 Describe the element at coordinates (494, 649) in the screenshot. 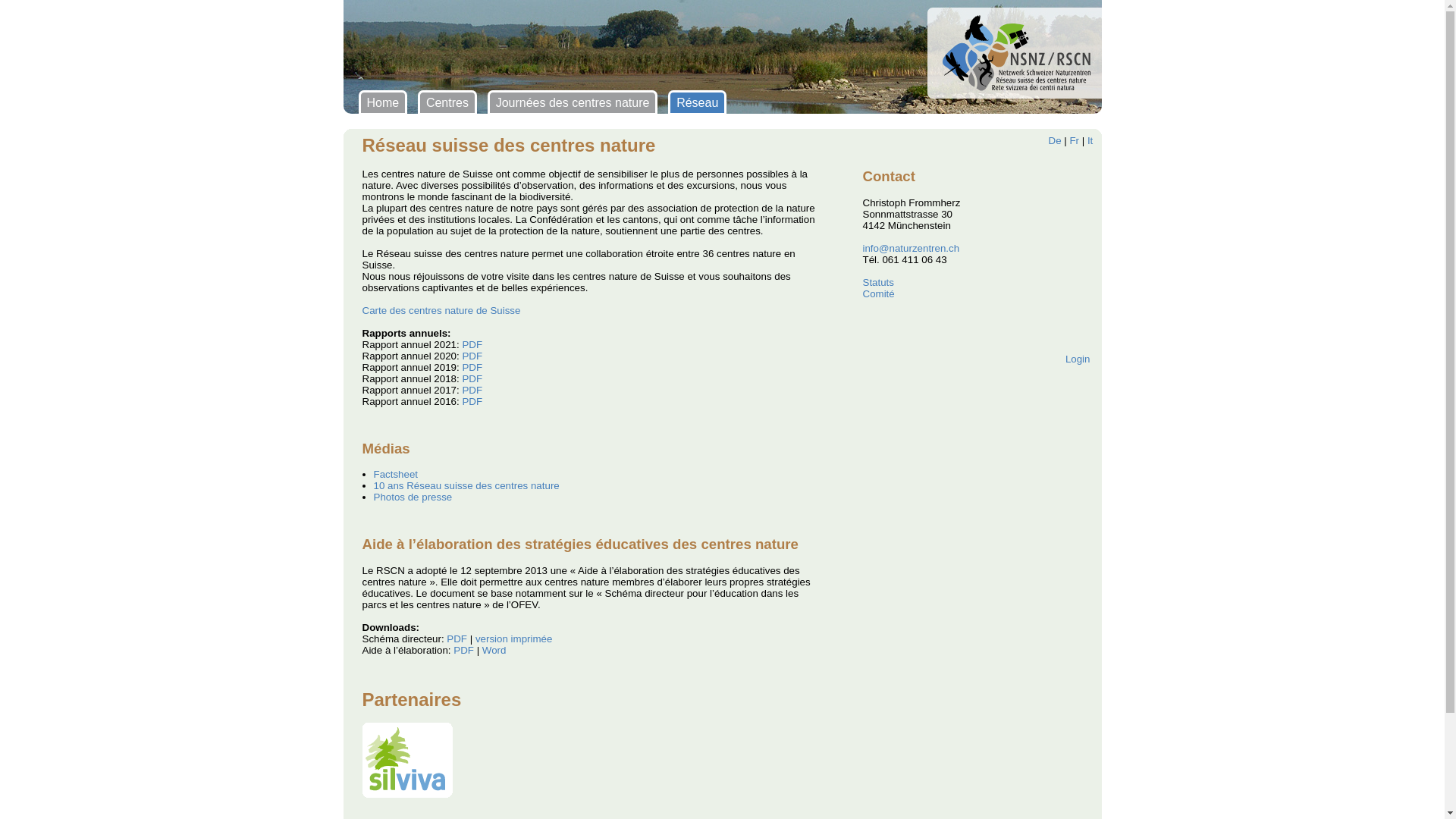

I see `'Word'` at that location.